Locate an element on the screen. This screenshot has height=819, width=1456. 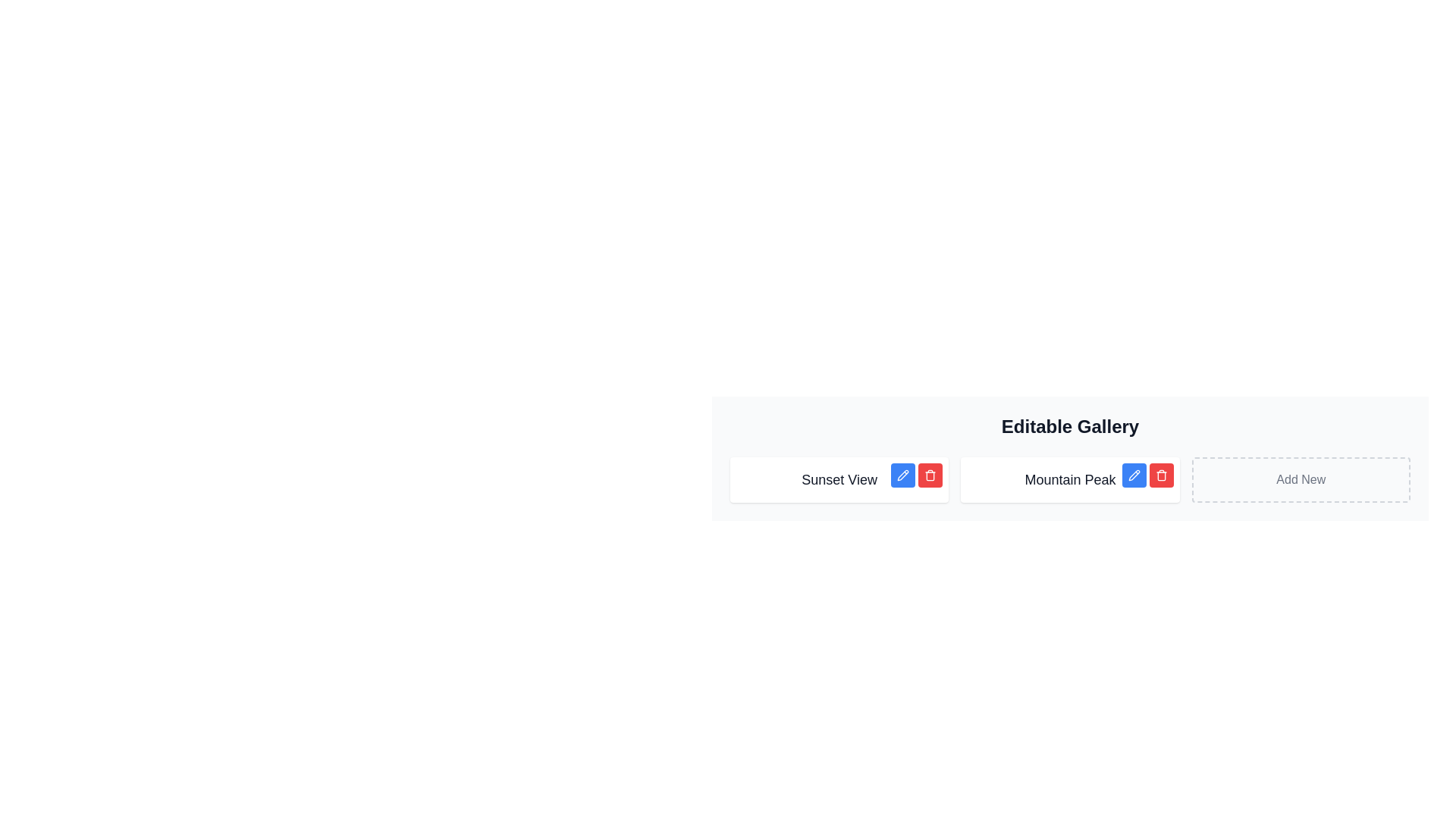
the delete icon button located within a red-rounded rectangle to the right of the 'Mountain Peak' text in the 'Editable Gallery' section is located at coordinates (930, 475).